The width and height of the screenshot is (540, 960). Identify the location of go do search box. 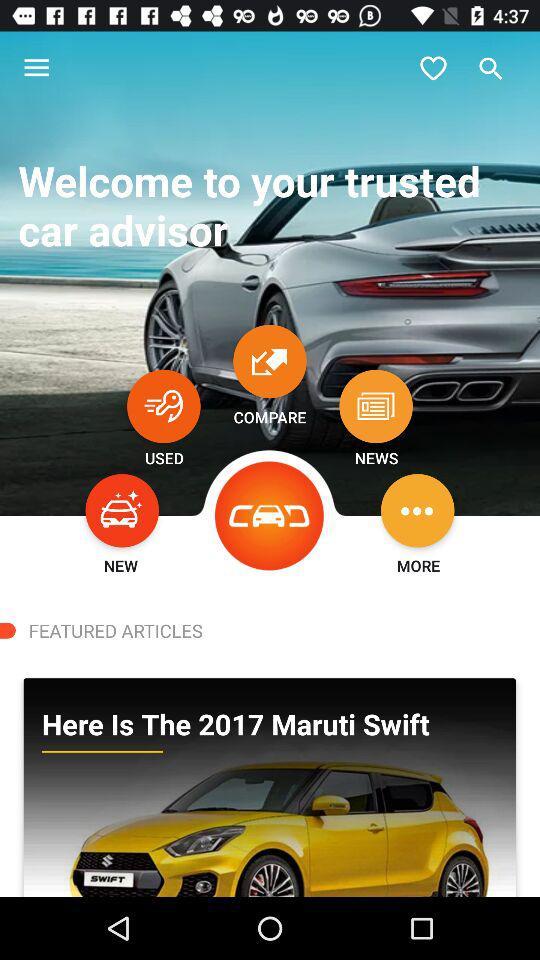
(490, 68).